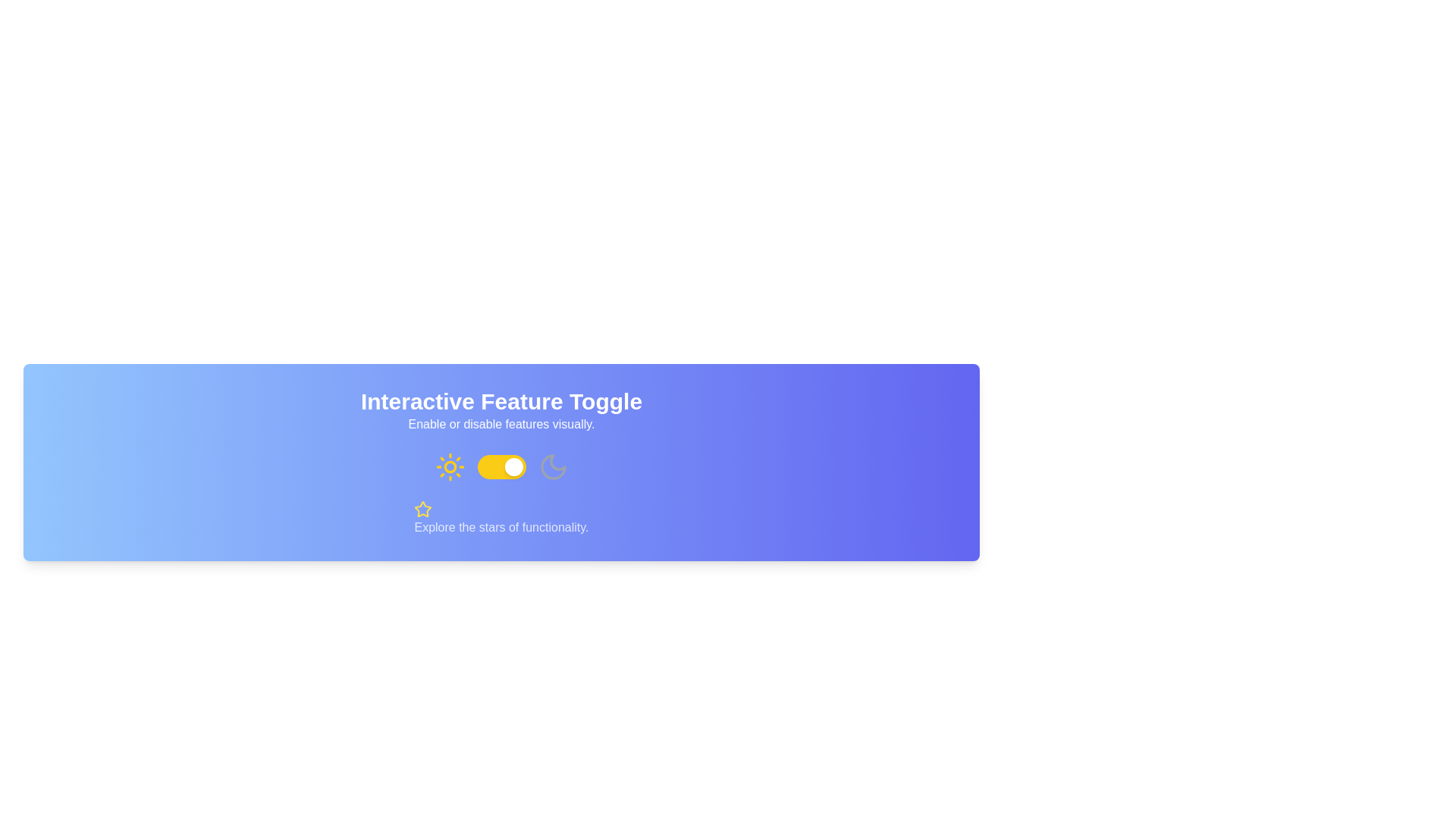 The image size is (1456, 819). Describe the element at coordinates (501, 466) in the screenshot. I see `the toggle switch located between the sun icon and moon icon under the heading 'Interactive Feature Toggle'` at that location.